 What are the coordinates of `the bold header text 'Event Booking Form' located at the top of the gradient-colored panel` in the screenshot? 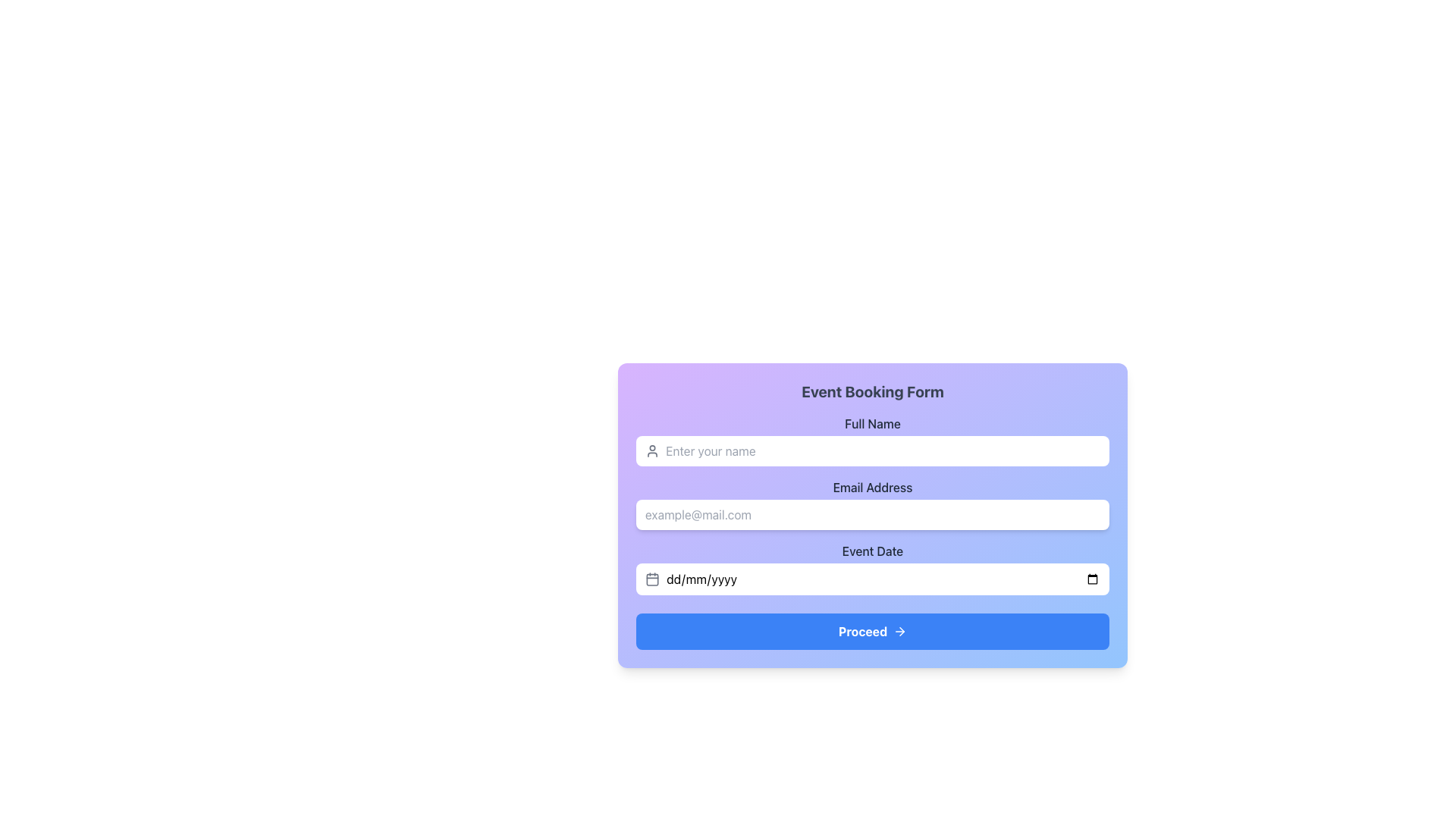 It's located at (873, 391).